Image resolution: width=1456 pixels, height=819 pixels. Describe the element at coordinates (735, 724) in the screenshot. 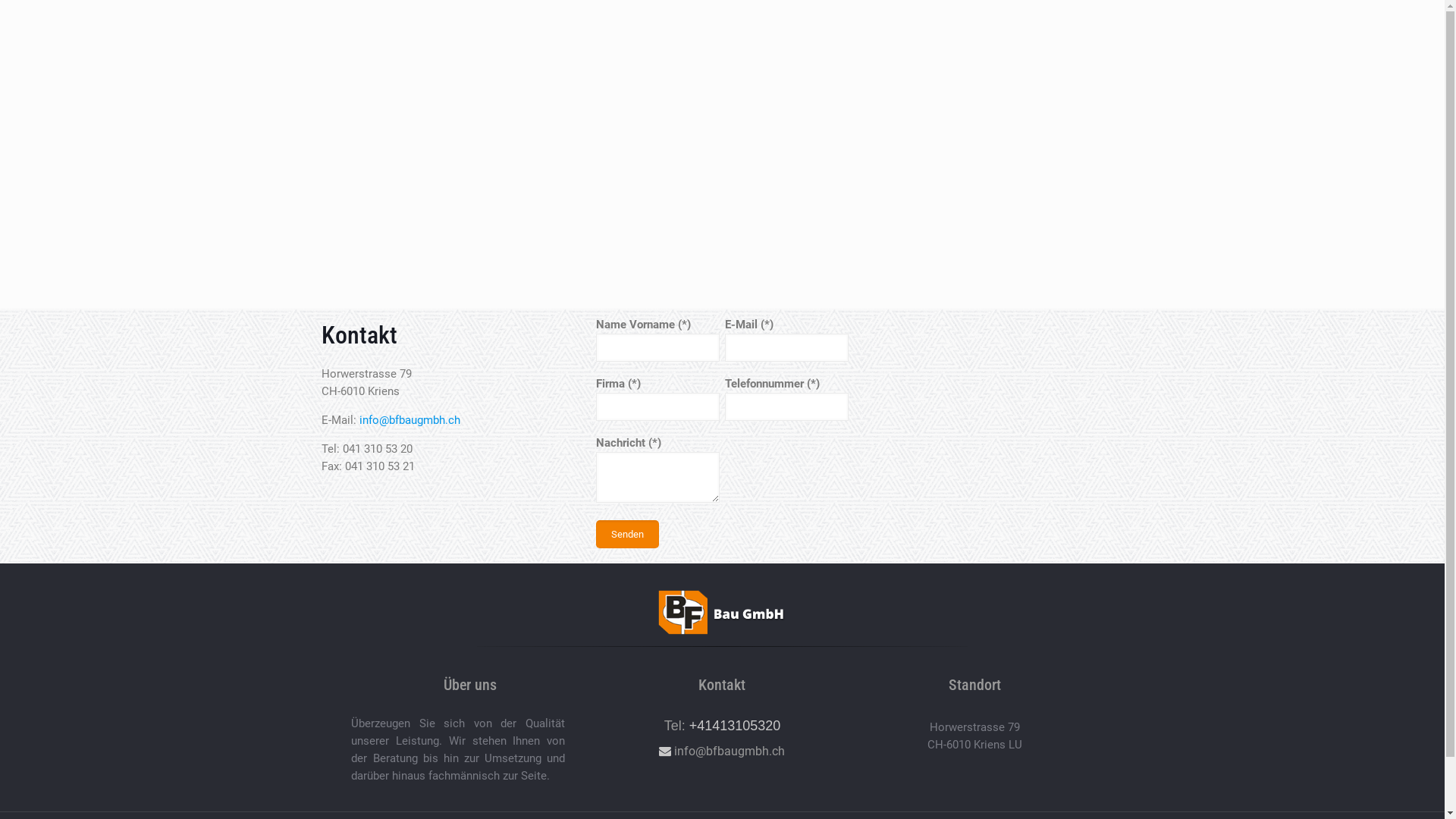

I see `'+41413105320'` at that location.